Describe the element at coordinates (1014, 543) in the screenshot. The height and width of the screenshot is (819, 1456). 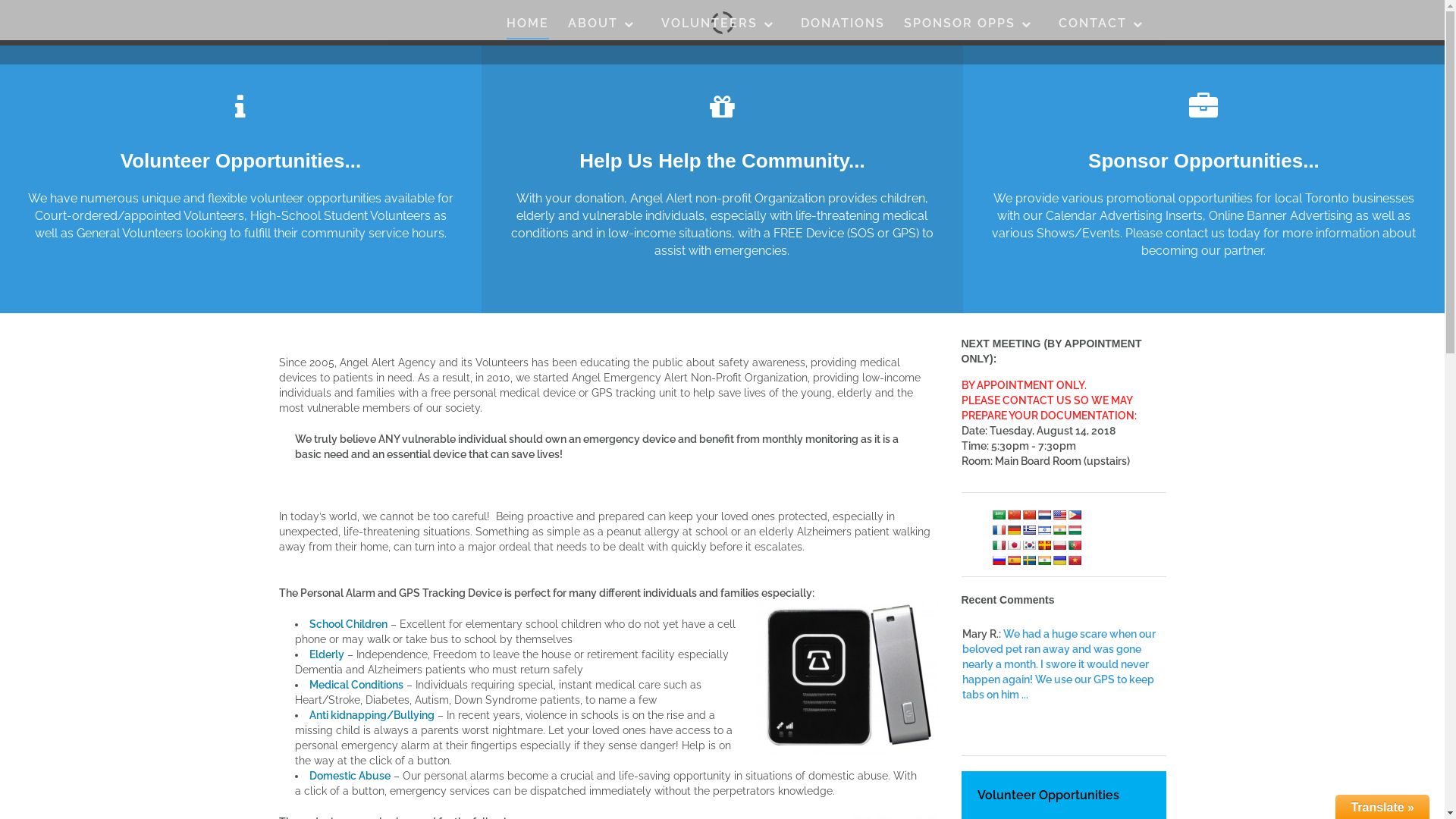
I see `'Japanese'` at that location.